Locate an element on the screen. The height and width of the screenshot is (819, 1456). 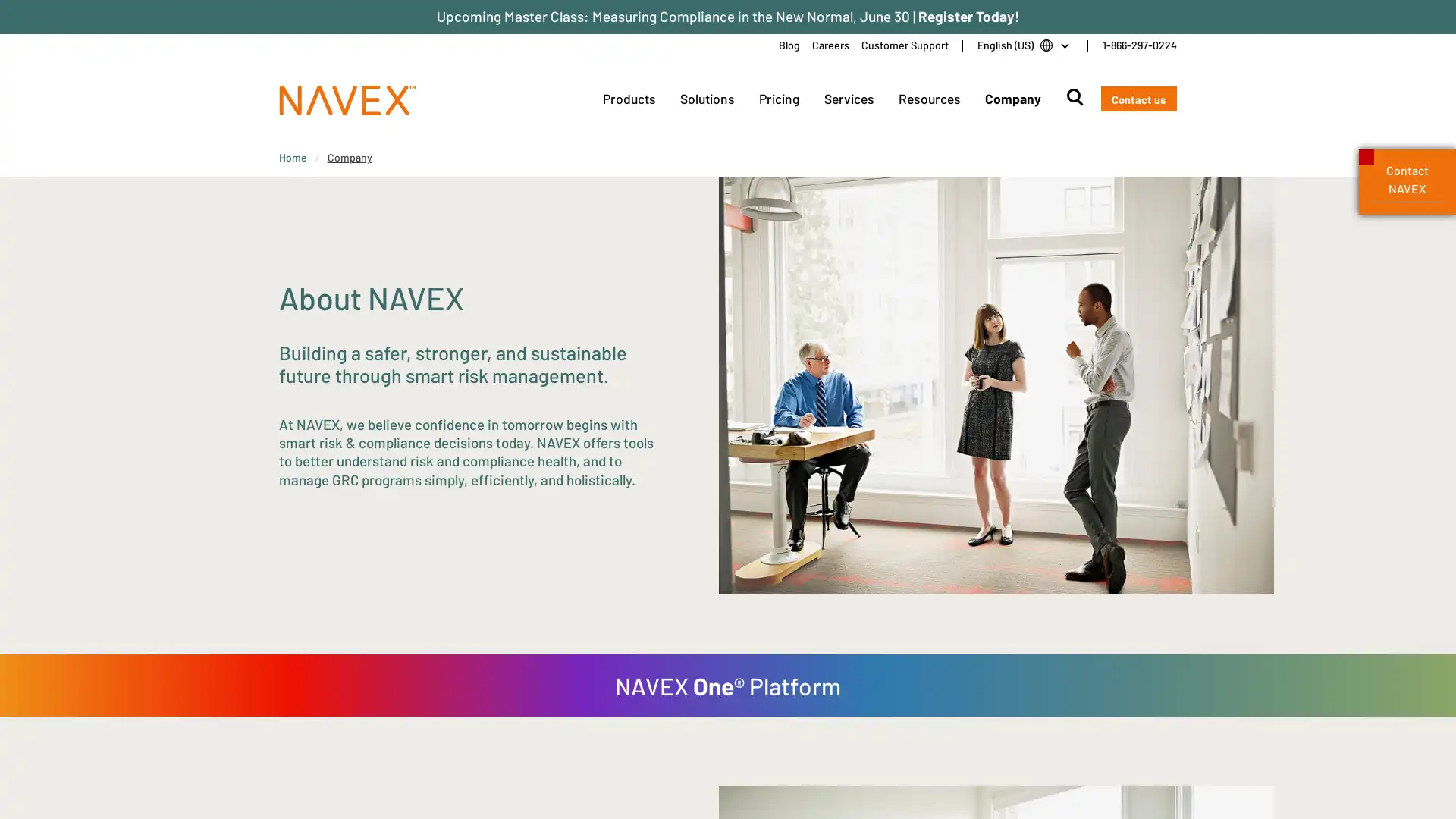
Services is located at coordinates (847, 99).